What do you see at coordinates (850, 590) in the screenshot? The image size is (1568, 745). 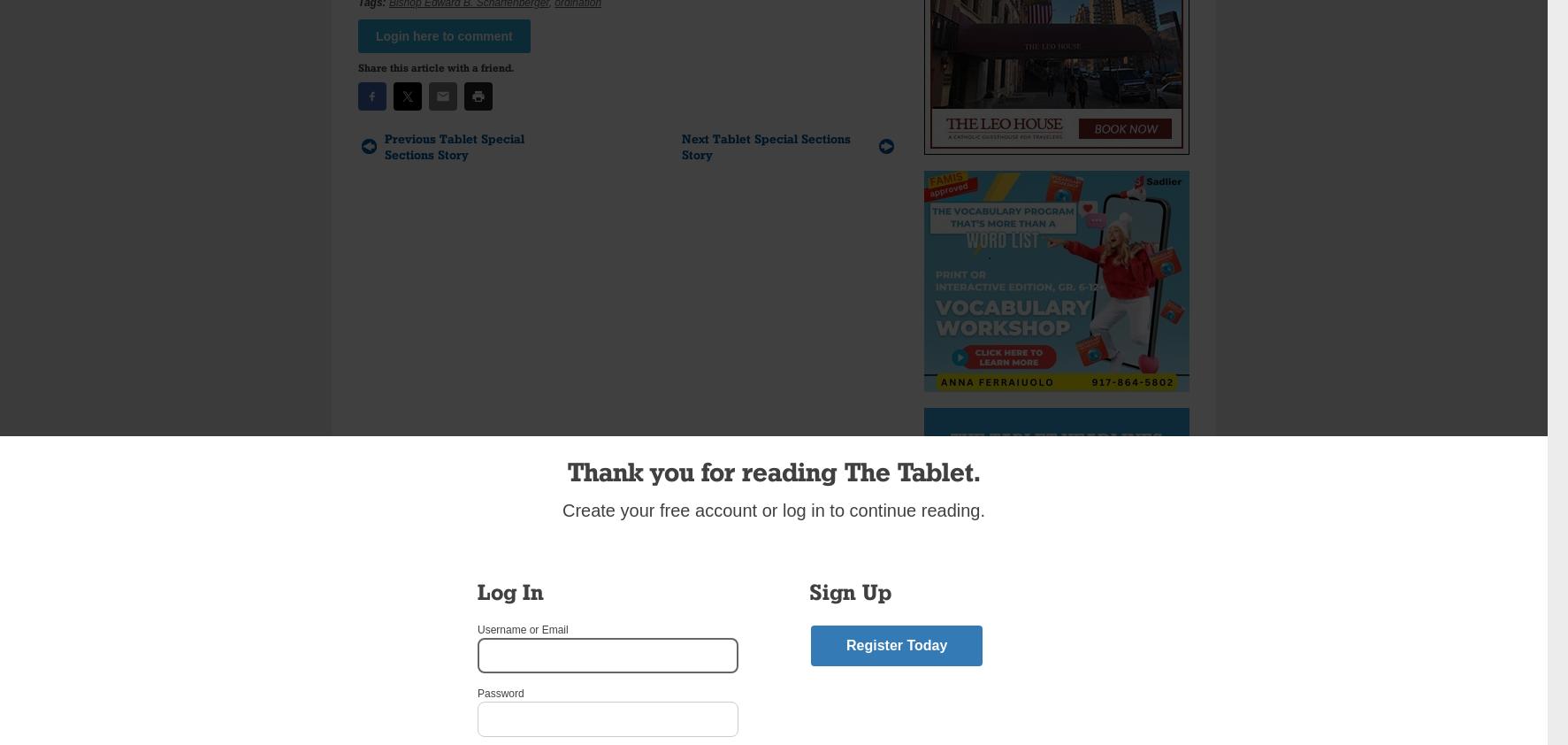 I see `'Sign Up'` at bounding box center [850, 590].